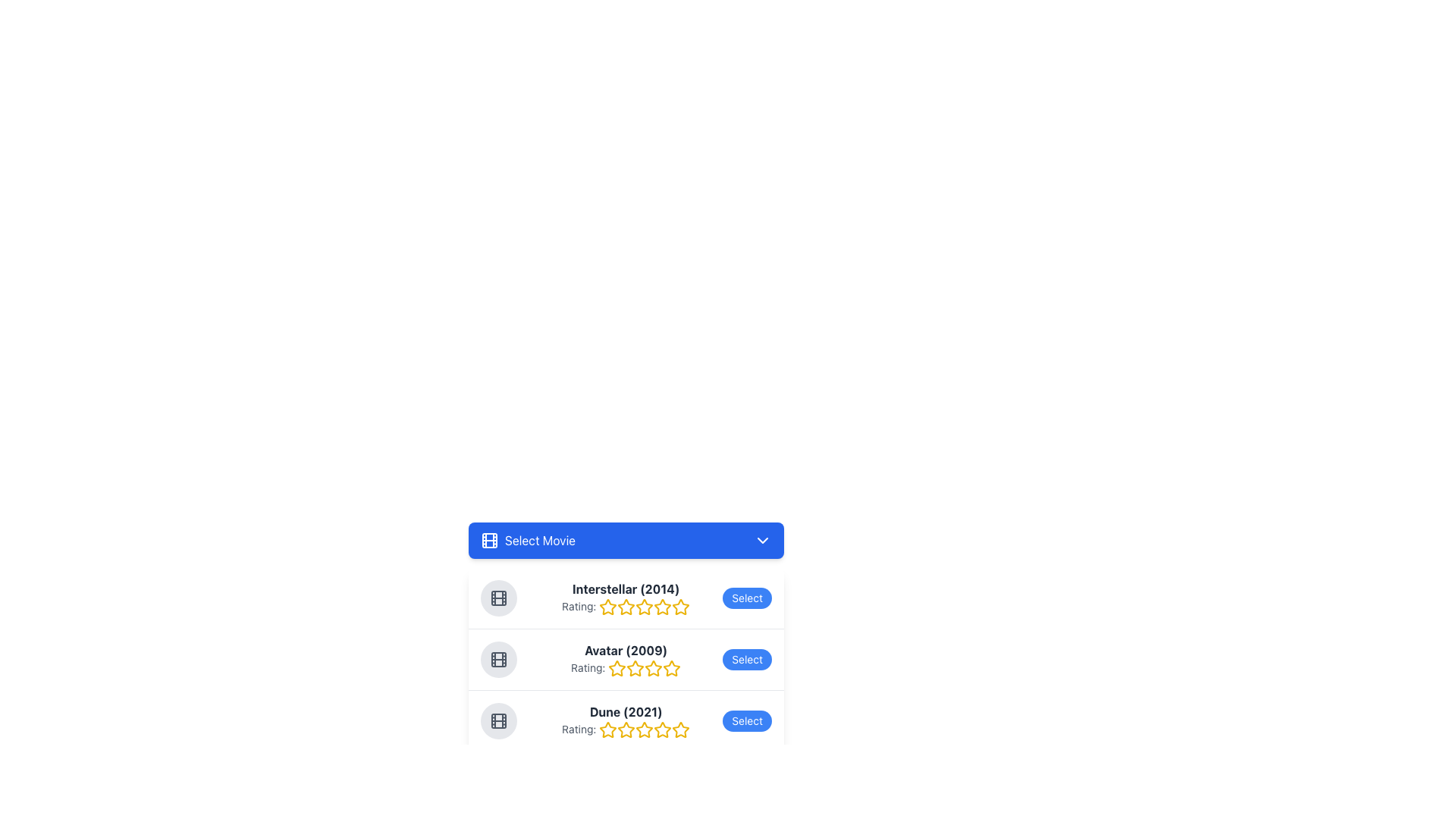  I want to click on the yellow star icon for rating in the movie 'Dune (2021)', located as the fifth star in the rating scale, so click(680, 729).